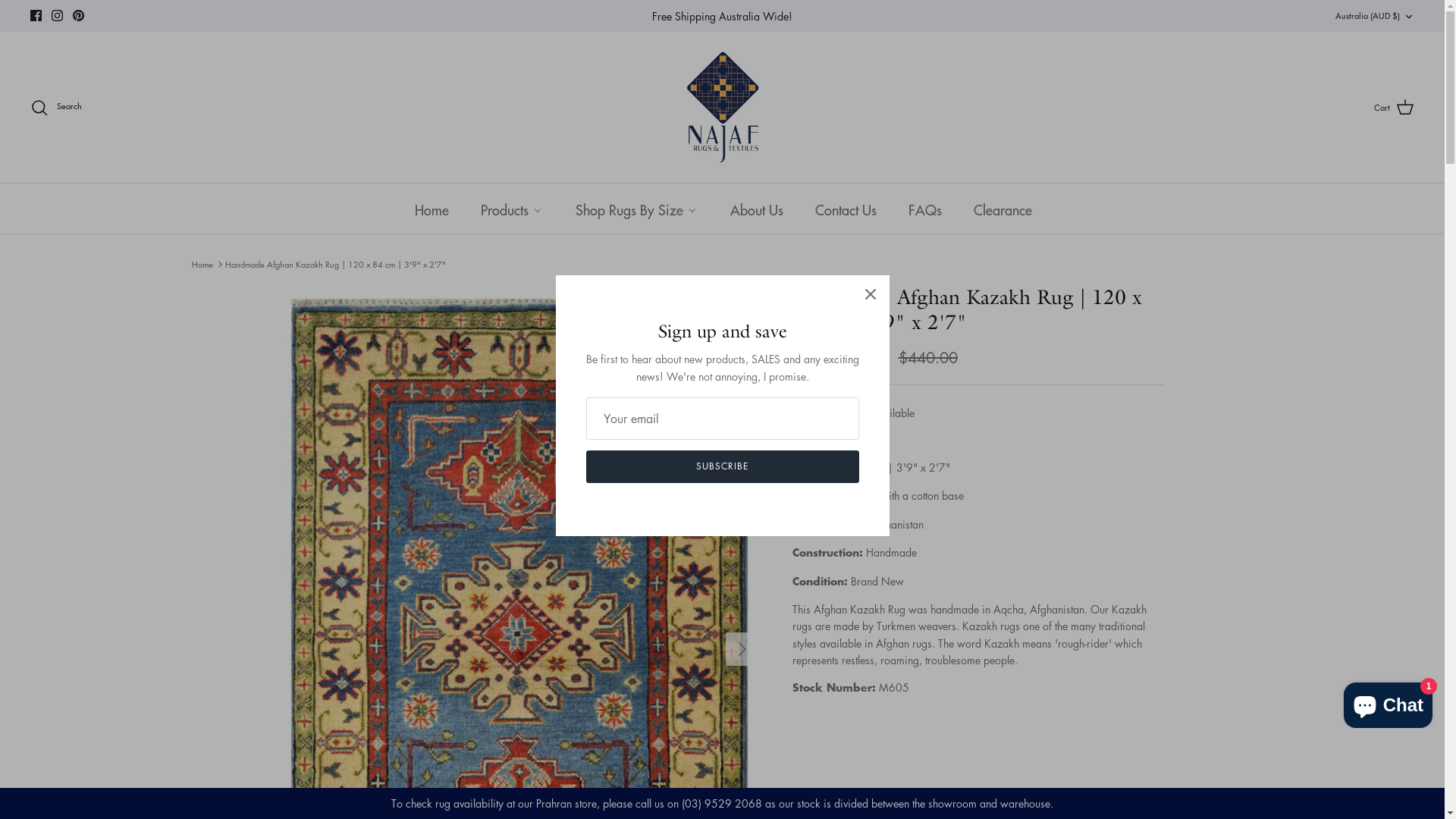 The image size is (1456, 819). I want to click on 'Search', so click(55, 107).